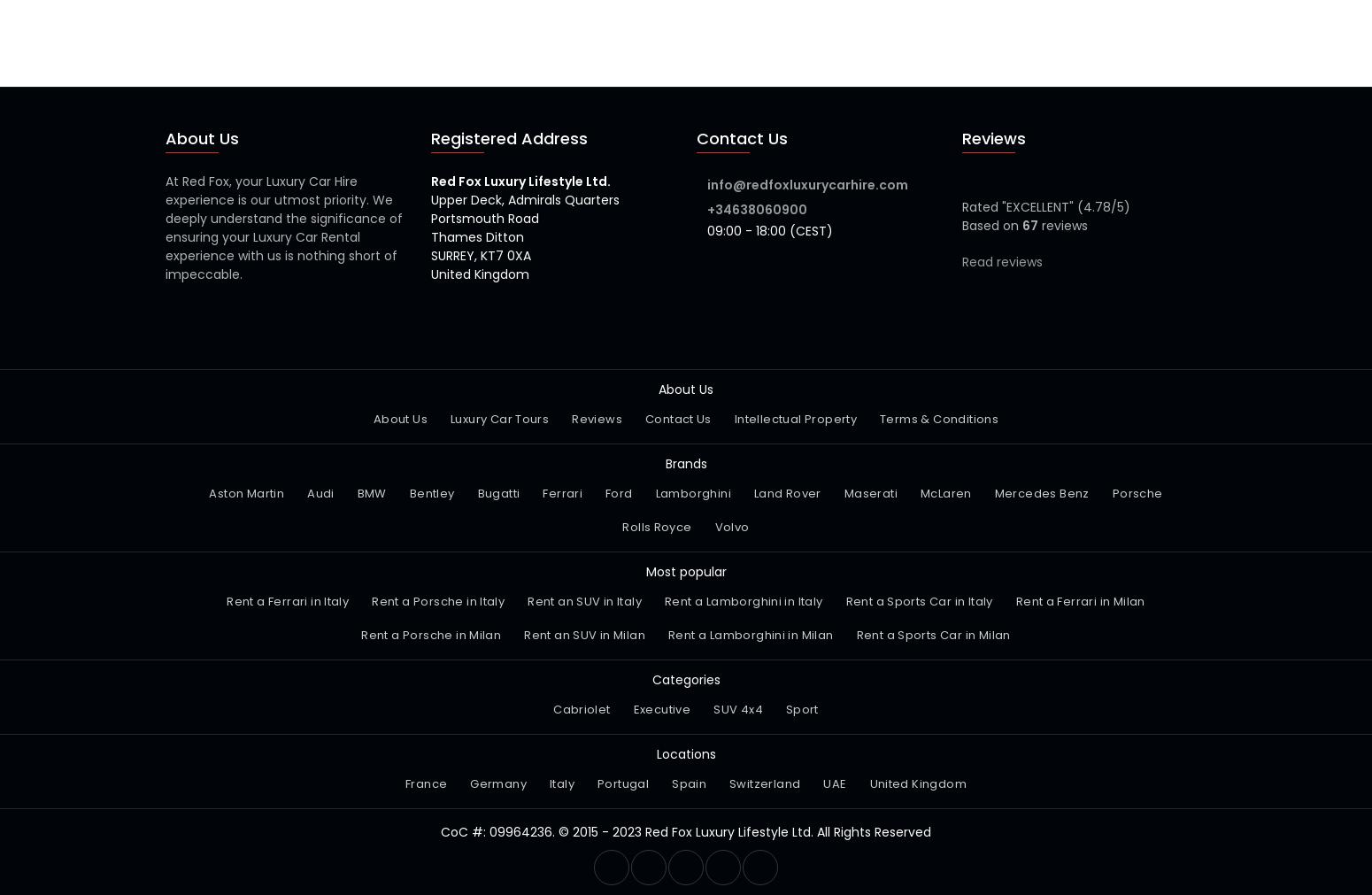 The width and height of the screenshot is (1372, 895). Describe the element at coordinates (656, 753) in the screenshot. I see `'Locations'` at that location.